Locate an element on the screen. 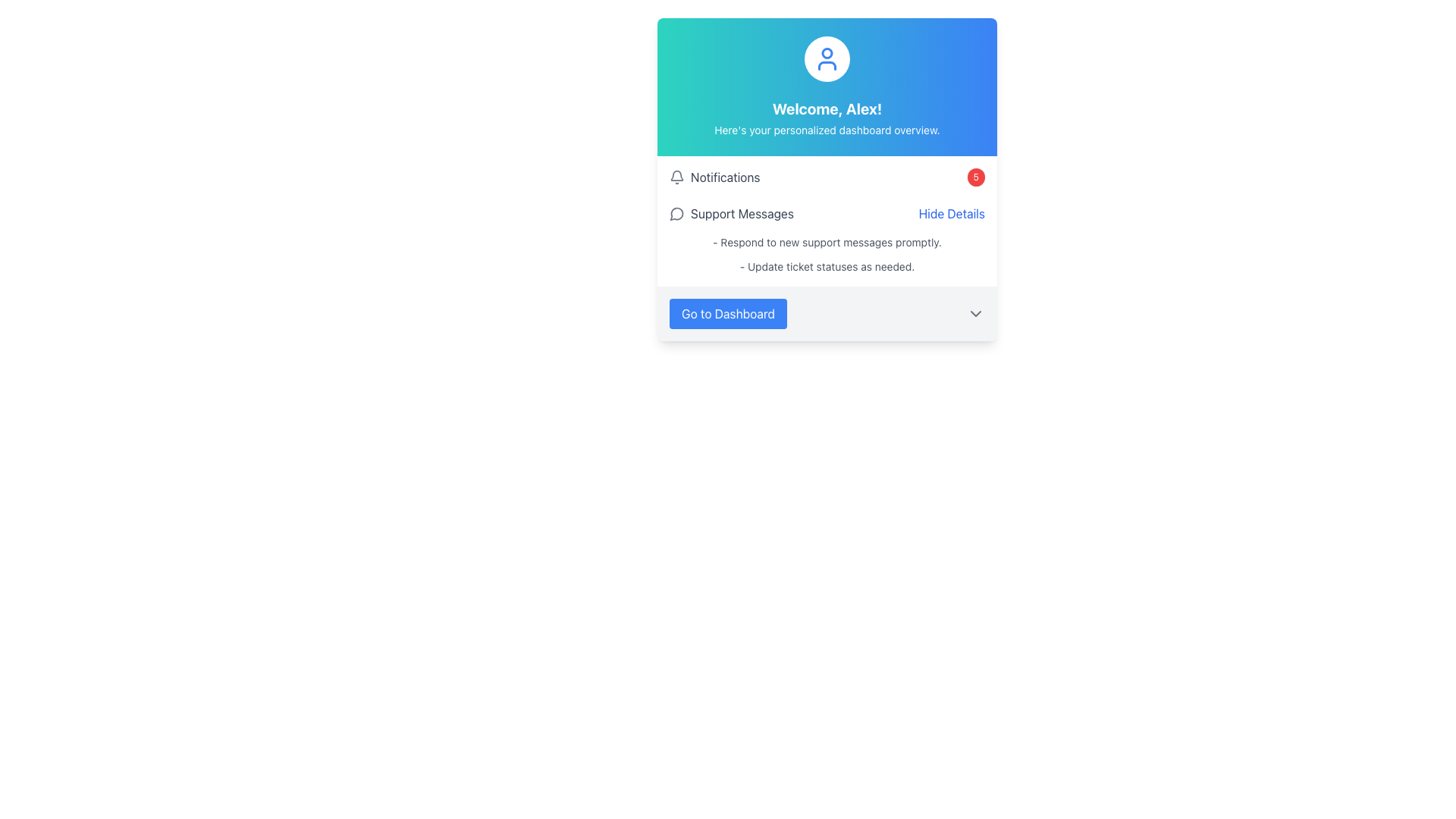 The image size is (1456, 819). the Indicator badge located in the top-right corner of the 'Notifications' section to associate the count visually with notifications is located at coordinates (975, 177).